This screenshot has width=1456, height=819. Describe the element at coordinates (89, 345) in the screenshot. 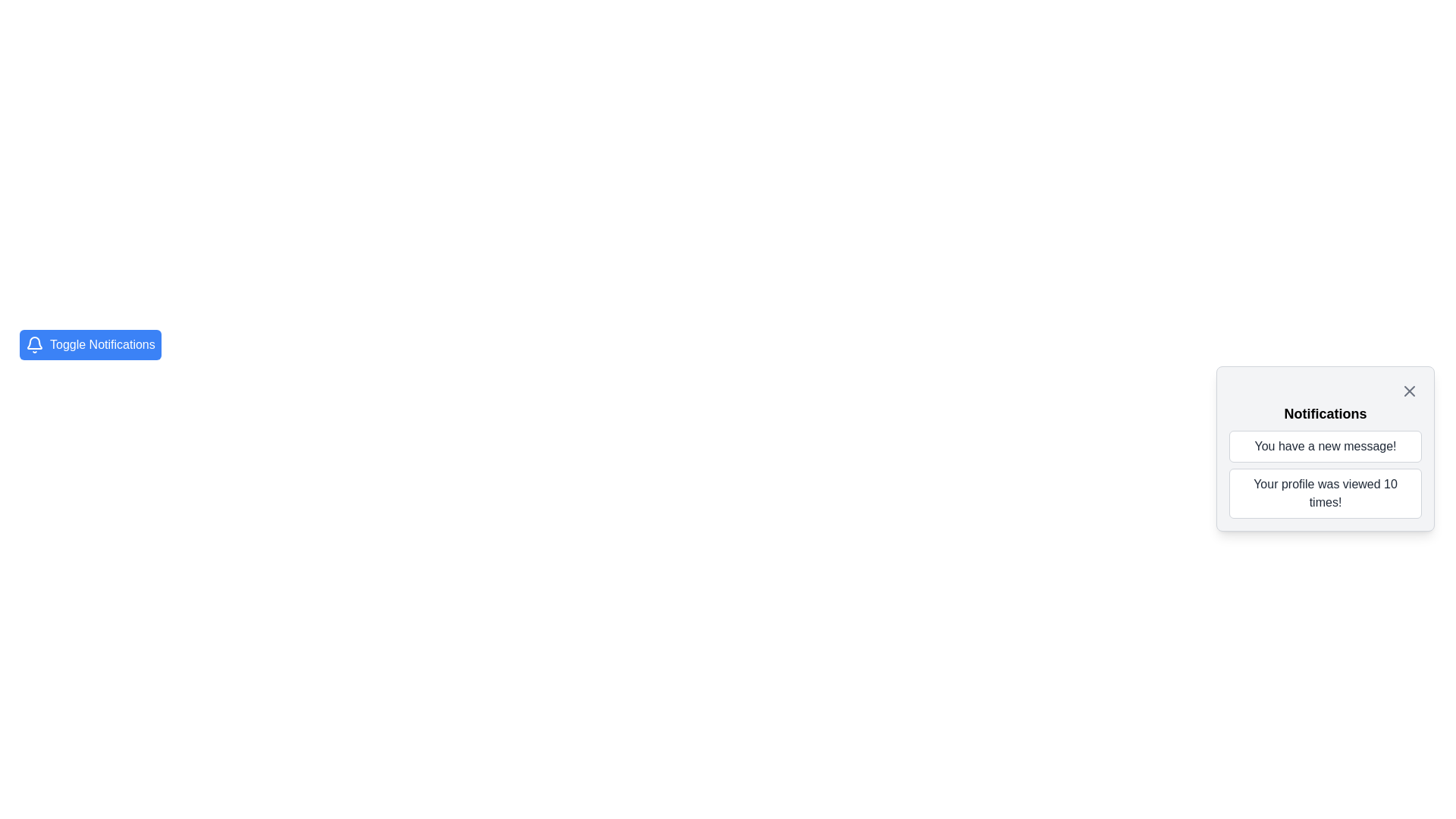

I see `the button with a blue background and white outlined bell icon labeled 'Toggle Notifications'` at that location.